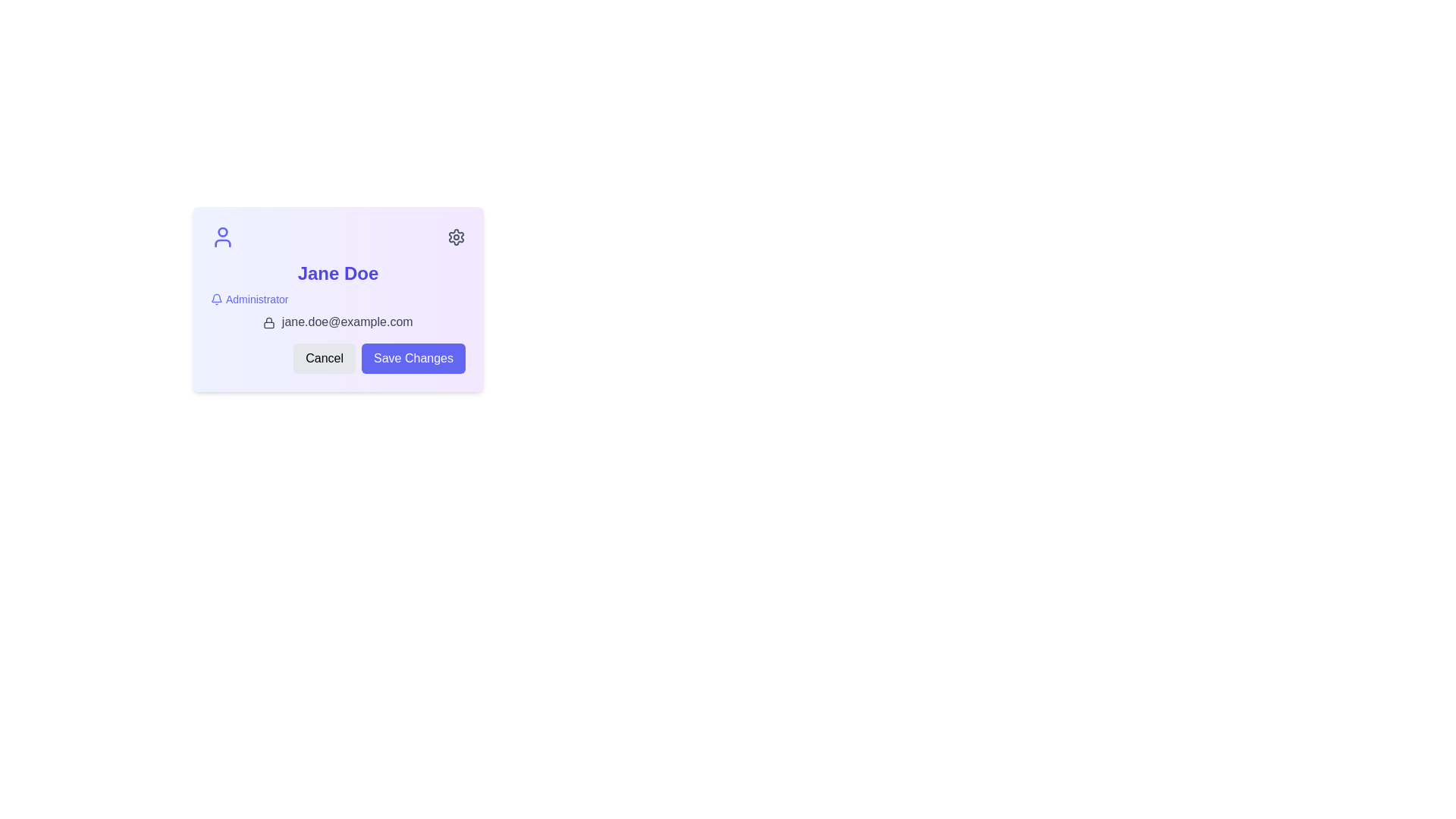  Describe the element at coordinates (337, 321) in the screenshot. I see `the static text element displaying the email address 'jane.doe@example.com' with a lock icon prefix, located at the bottom of the user profile card` at that location.